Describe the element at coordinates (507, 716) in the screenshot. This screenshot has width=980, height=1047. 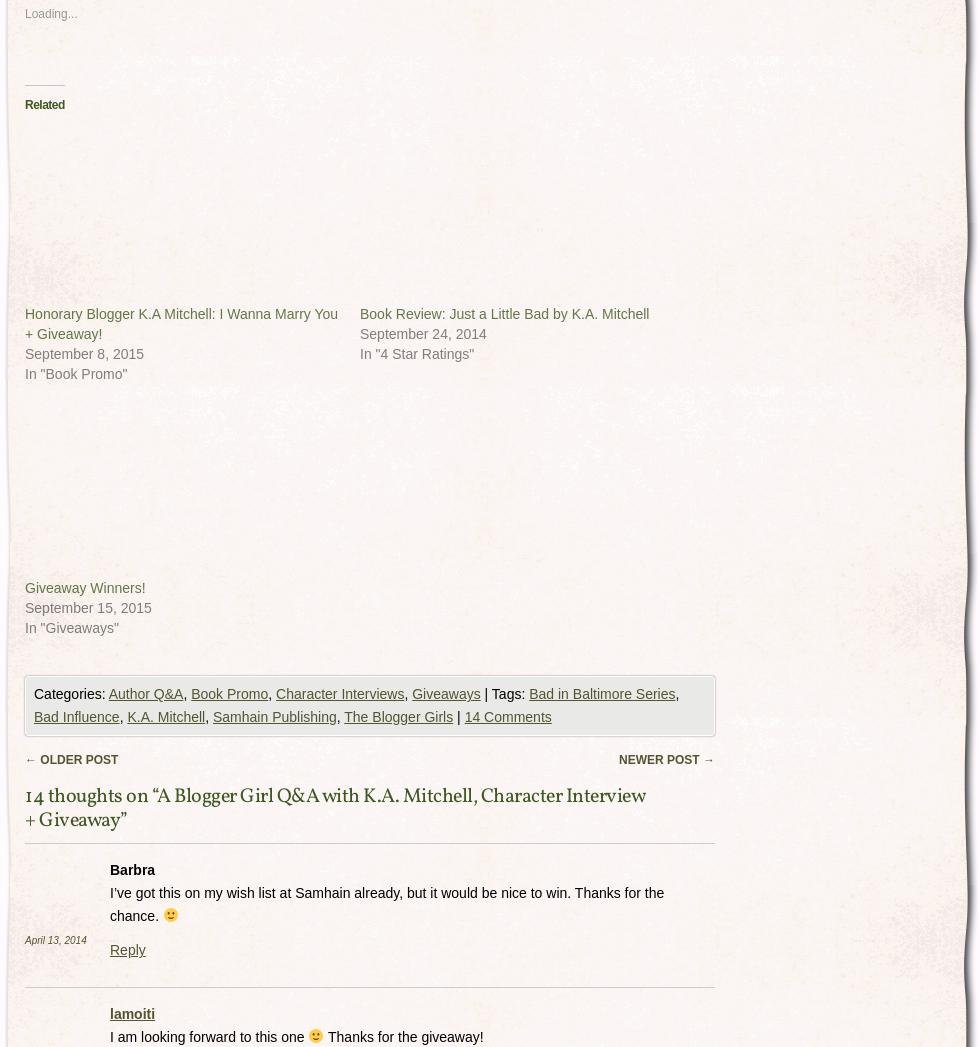
I see `'14 Comments'` at that location.